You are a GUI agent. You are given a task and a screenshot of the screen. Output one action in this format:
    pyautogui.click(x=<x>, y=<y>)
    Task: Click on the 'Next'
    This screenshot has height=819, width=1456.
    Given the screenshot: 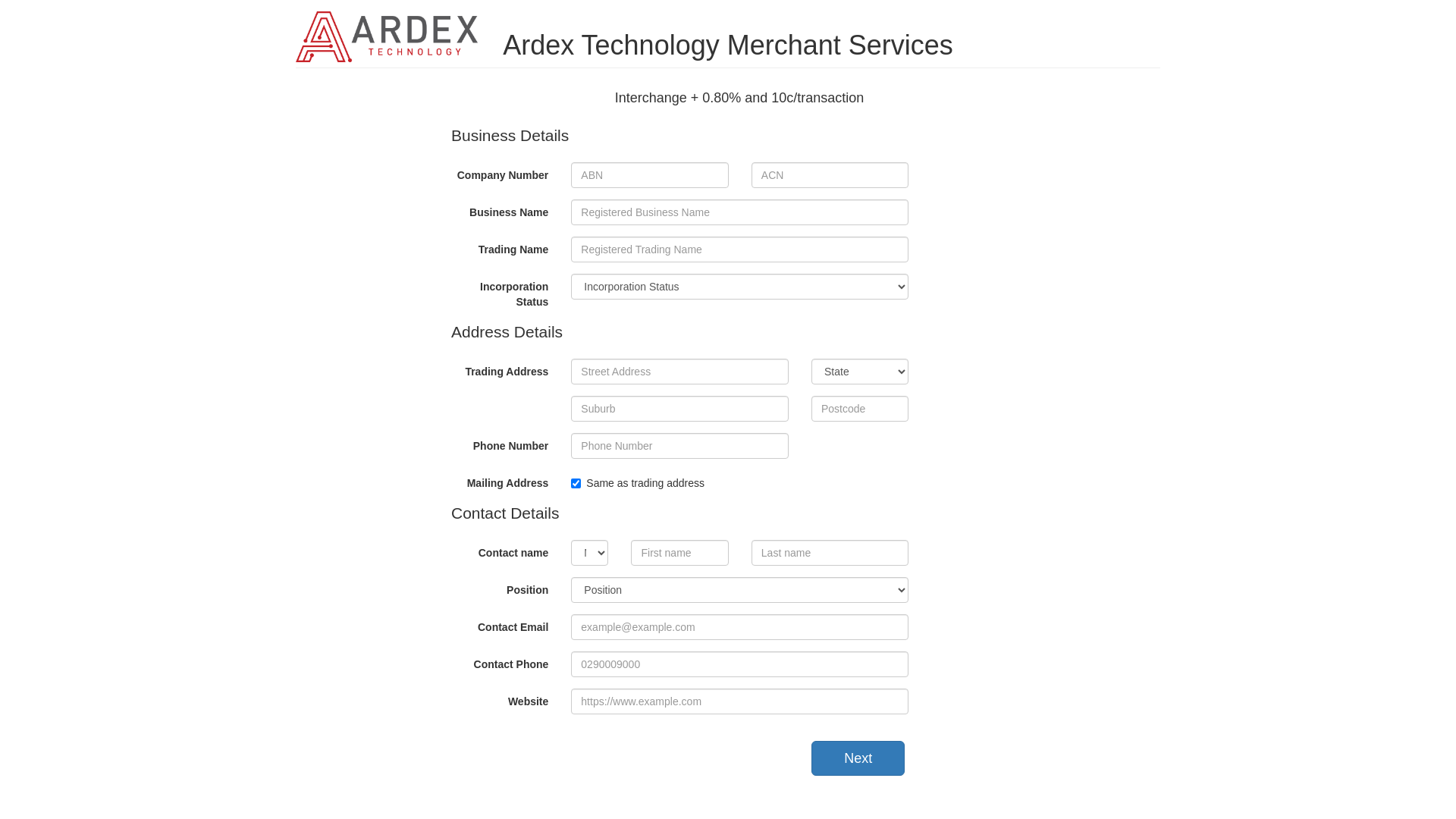 What is the action you would take?
    pyautogui.click(x=858, y=758)
    